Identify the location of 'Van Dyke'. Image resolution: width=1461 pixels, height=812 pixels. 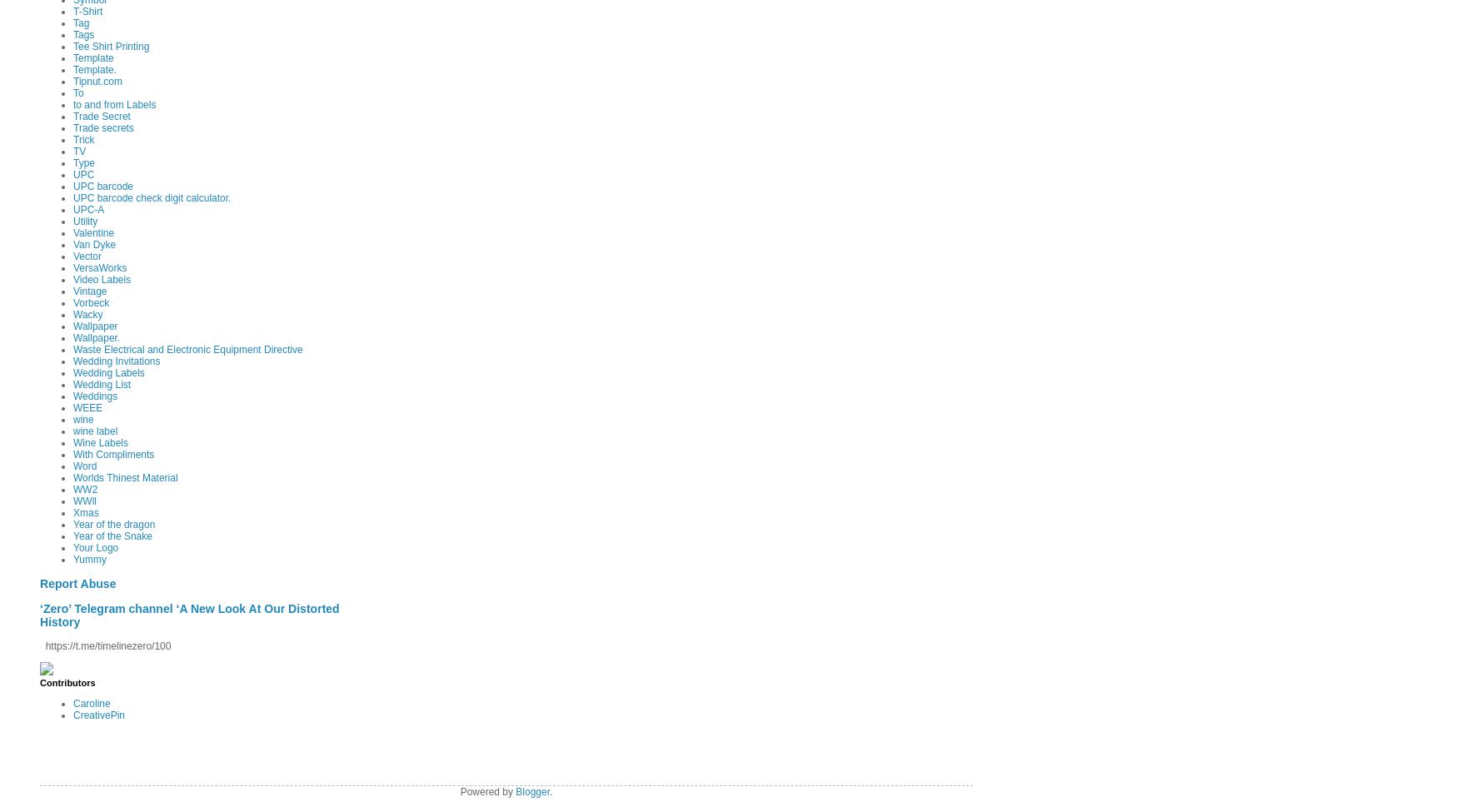
(73, 243).